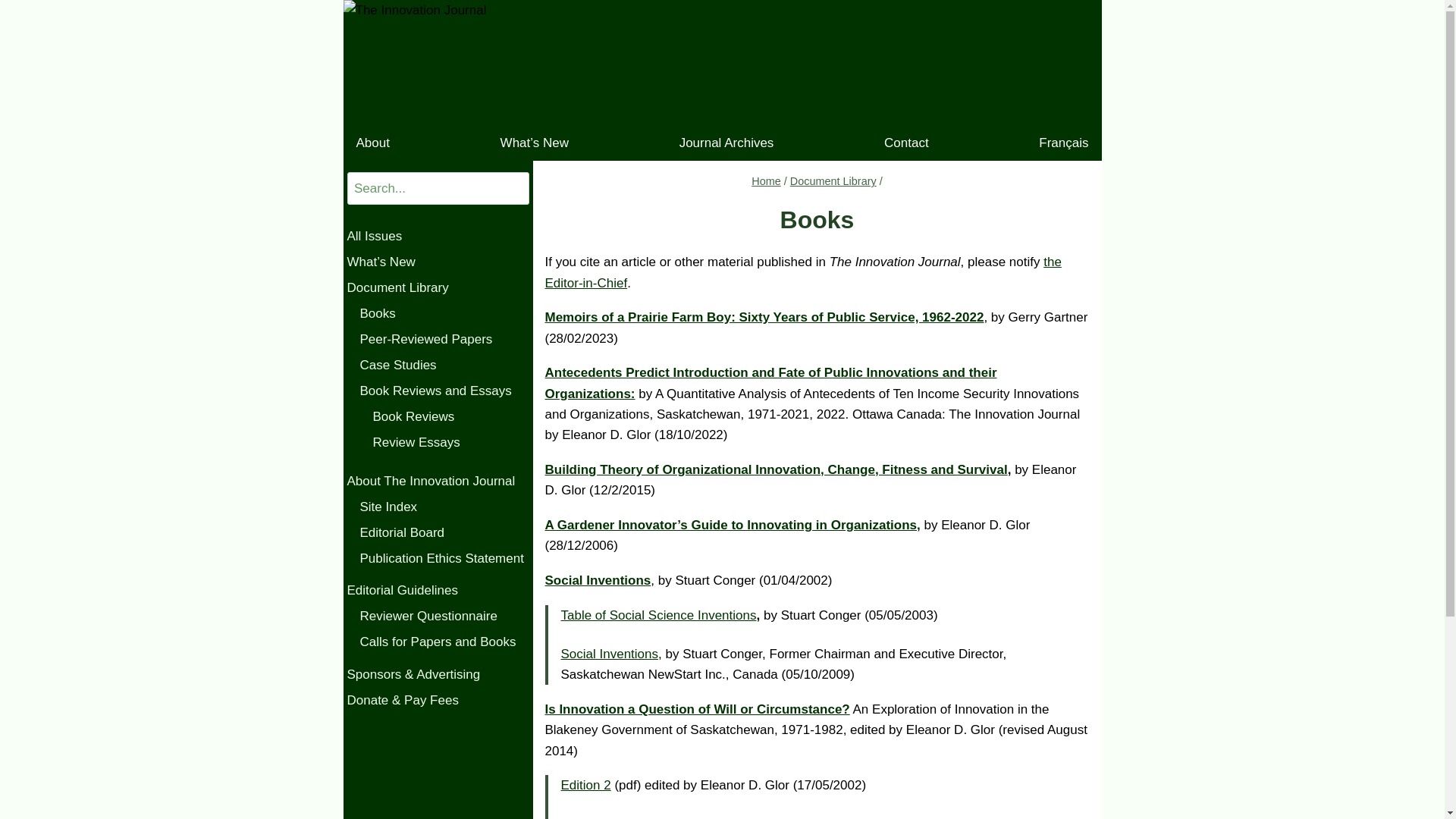 The height and width of the screenshot is (819, 1456). I want to click on 'Table of Social Science Inventions', so click(658, 615).